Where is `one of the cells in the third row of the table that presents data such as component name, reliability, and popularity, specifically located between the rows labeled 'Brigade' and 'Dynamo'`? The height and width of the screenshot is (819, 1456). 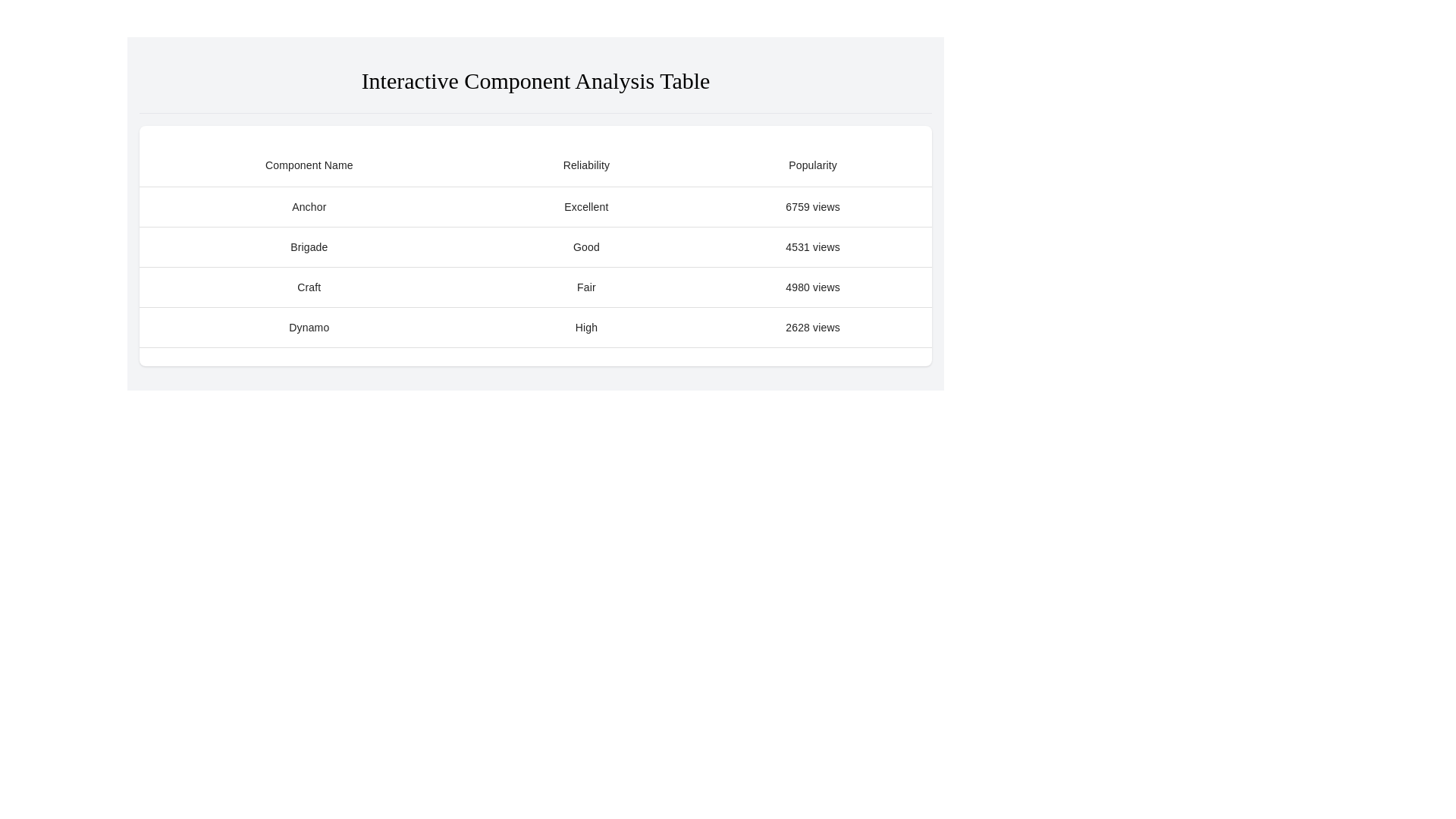
one of the cells in the third row of the table that presents data such as component name, reliability, and popularity, specifically located between the rows labeled 'Brigade' and 'Dynamo' is located at coordinates (535, 287).